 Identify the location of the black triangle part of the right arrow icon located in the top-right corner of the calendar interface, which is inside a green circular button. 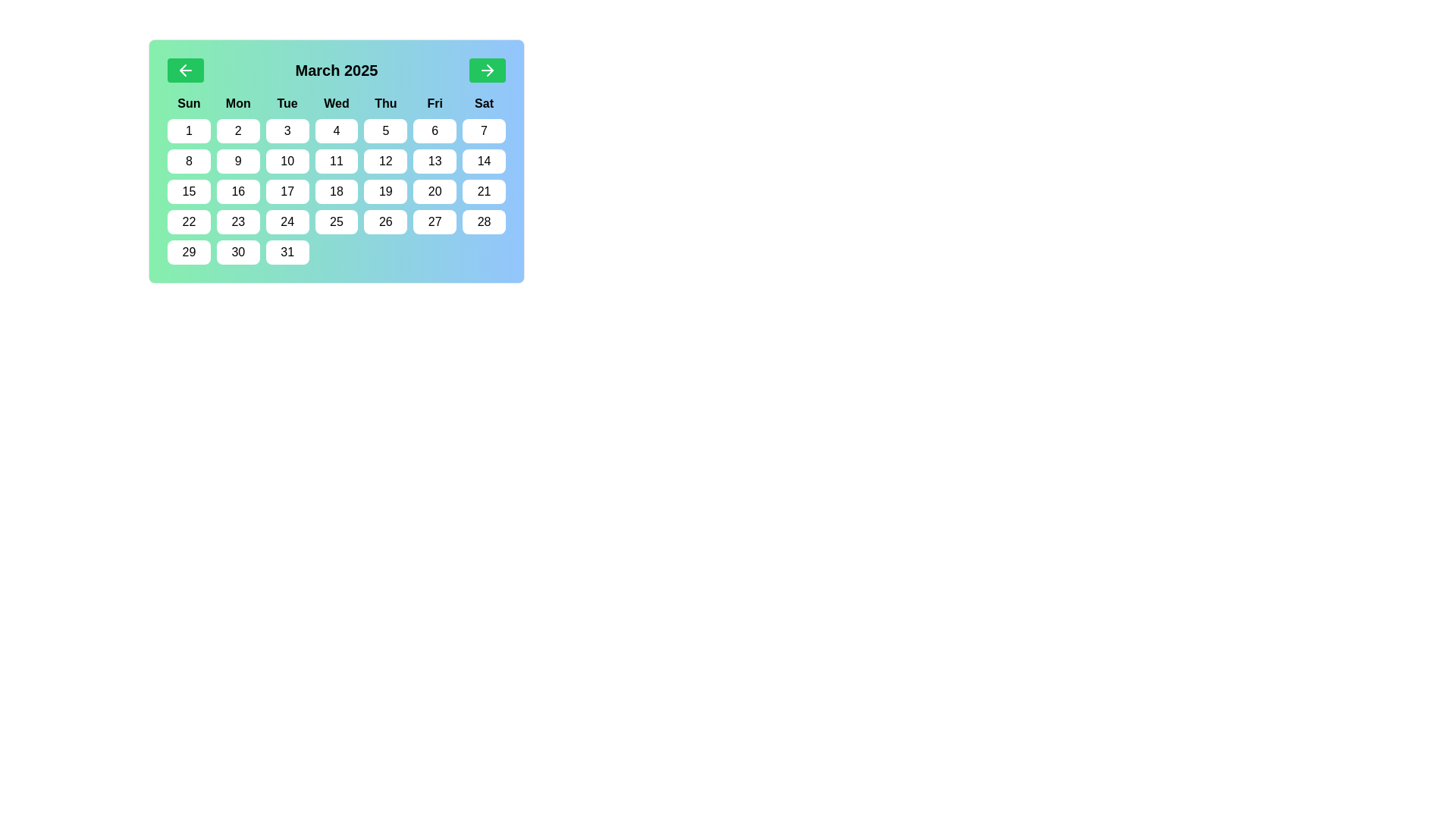
(490, 70).